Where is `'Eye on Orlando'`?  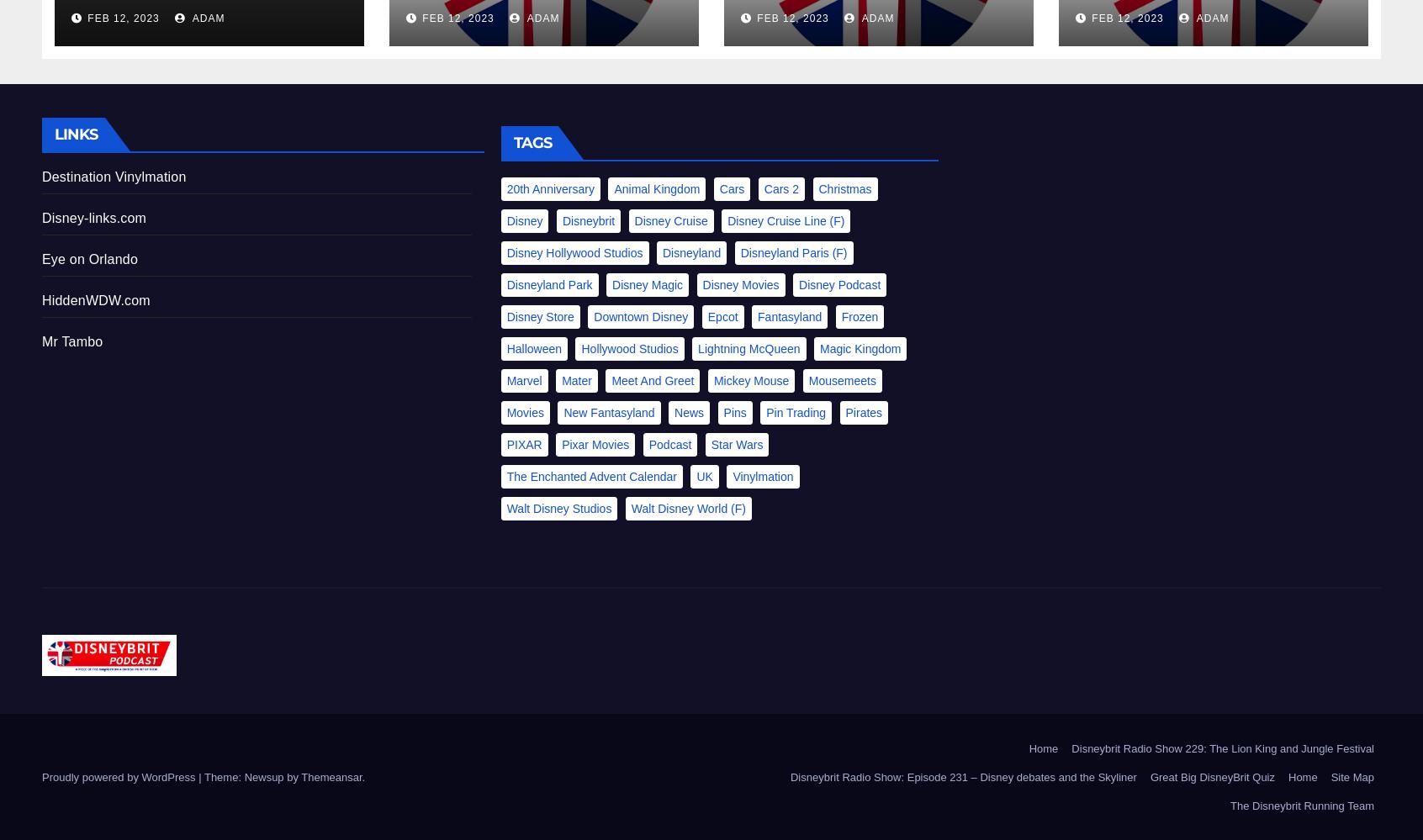 'Eye on Orlando' is located at coordinates (41, 257).